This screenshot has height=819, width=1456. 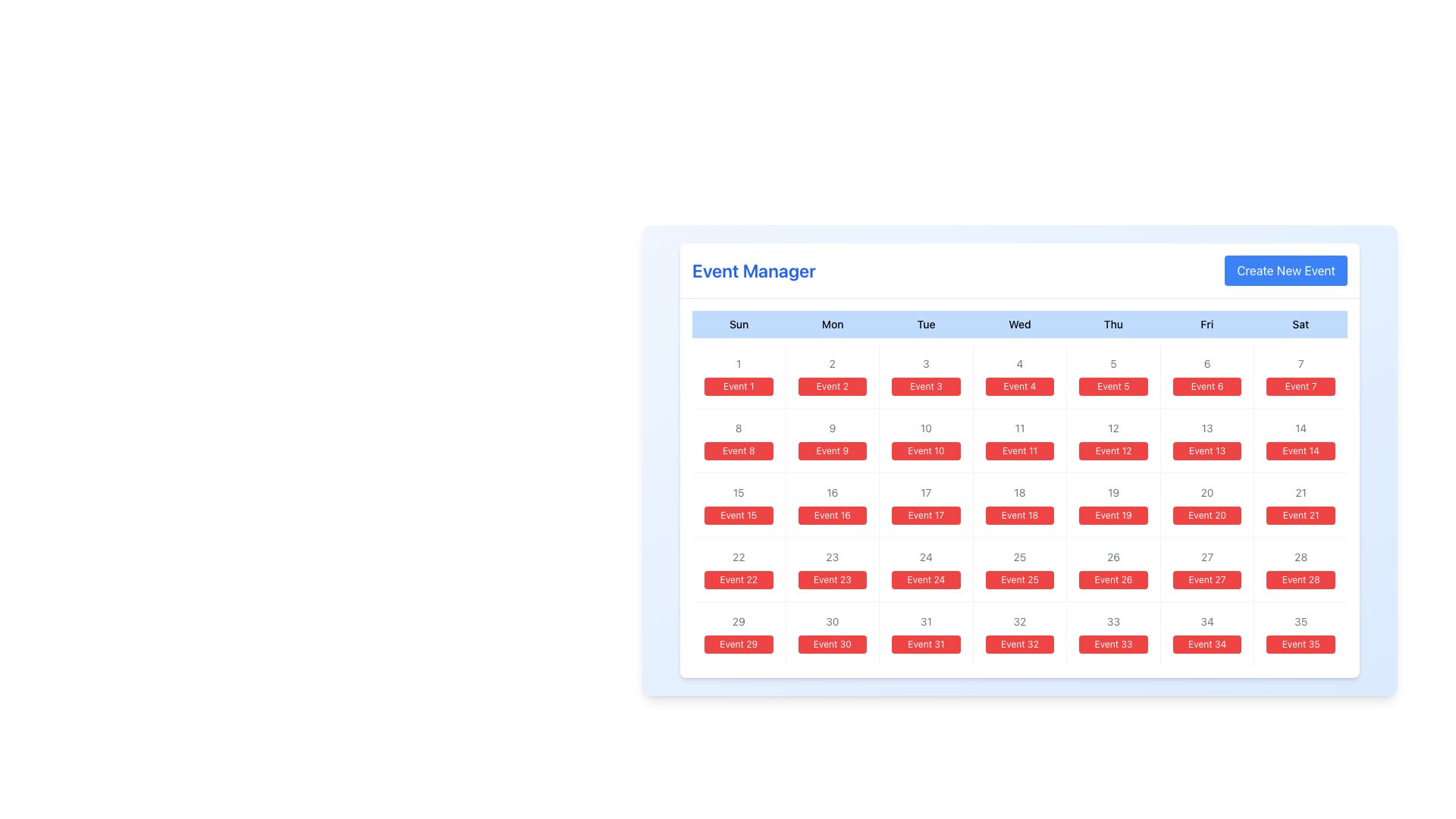 What do you see at coordinates (1300, 557) in the screenshot?
I see `the text element representing the calendar date number '28', which is located in the last row and sixth column of the calendar grid, positioned above the 'Event 28' button` at bounding box center [1300, 557].